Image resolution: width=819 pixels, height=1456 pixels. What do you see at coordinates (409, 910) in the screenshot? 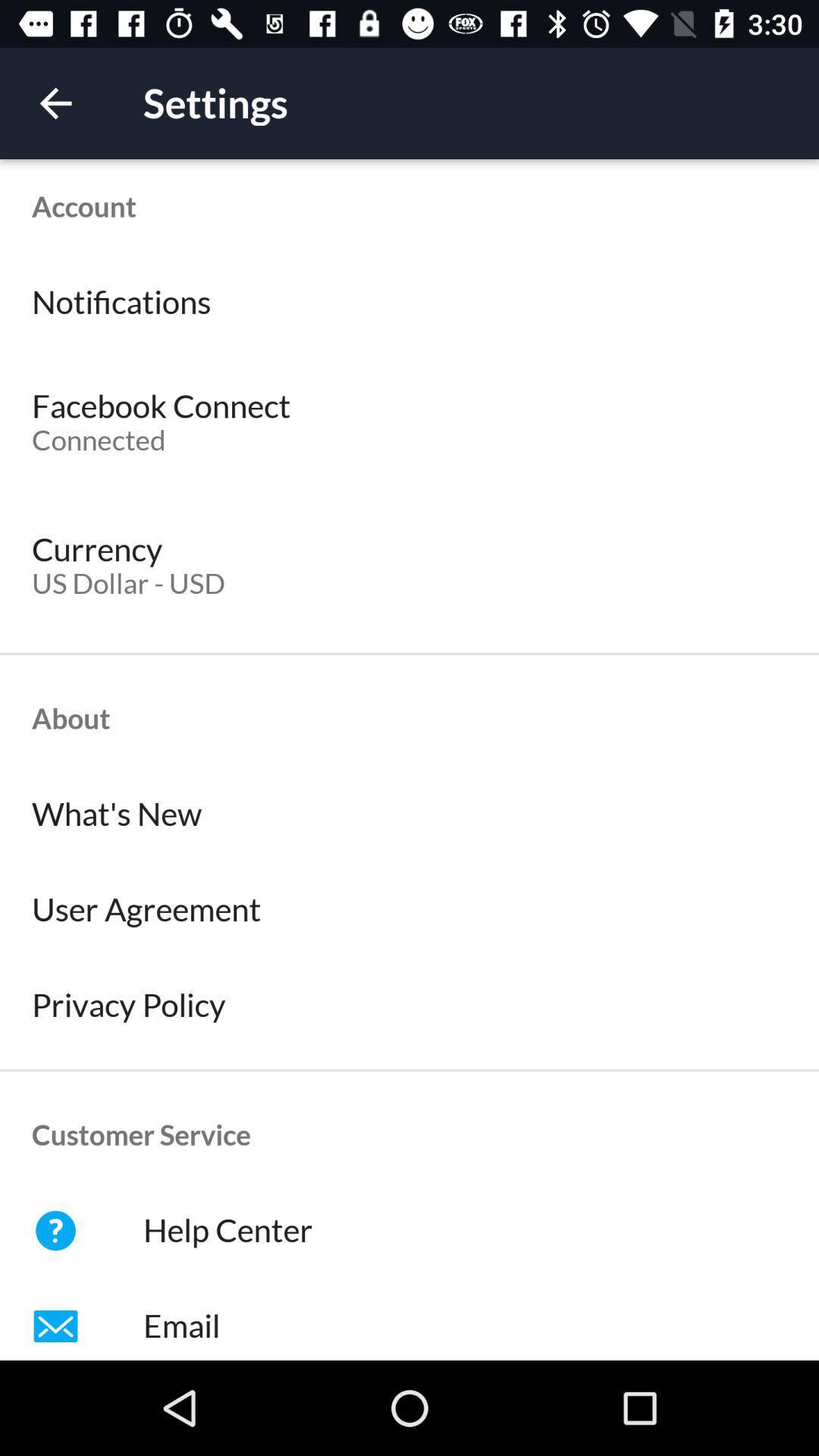
I see `item below the what's new item` at bounding box center [409, 910].